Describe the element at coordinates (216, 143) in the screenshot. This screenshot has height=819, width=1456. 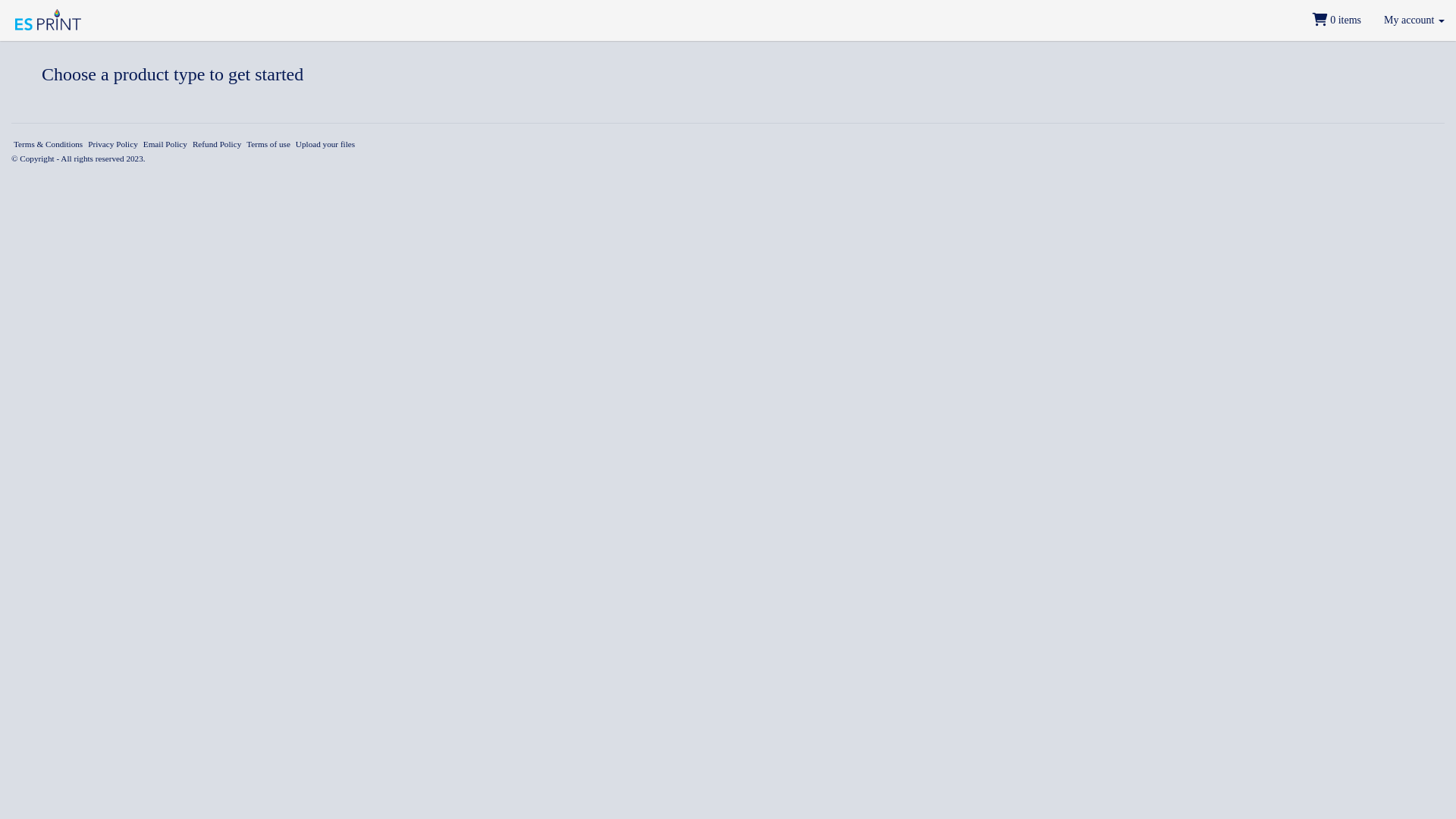
I see `'Refund Policy'` at that location.